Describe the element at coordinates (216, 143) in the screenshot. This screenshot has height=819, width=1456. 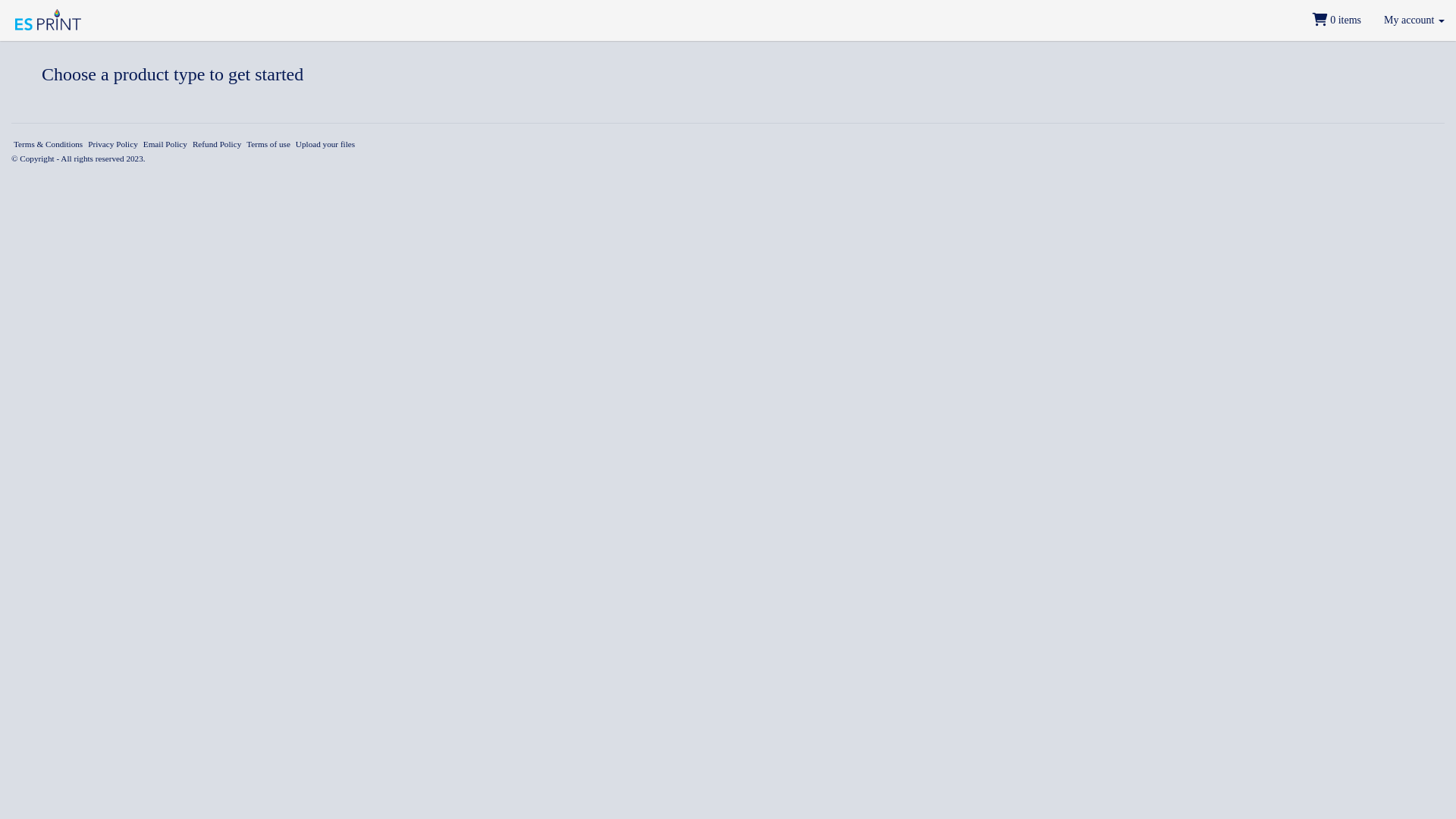
I see `'Refund Policy'` at that location.